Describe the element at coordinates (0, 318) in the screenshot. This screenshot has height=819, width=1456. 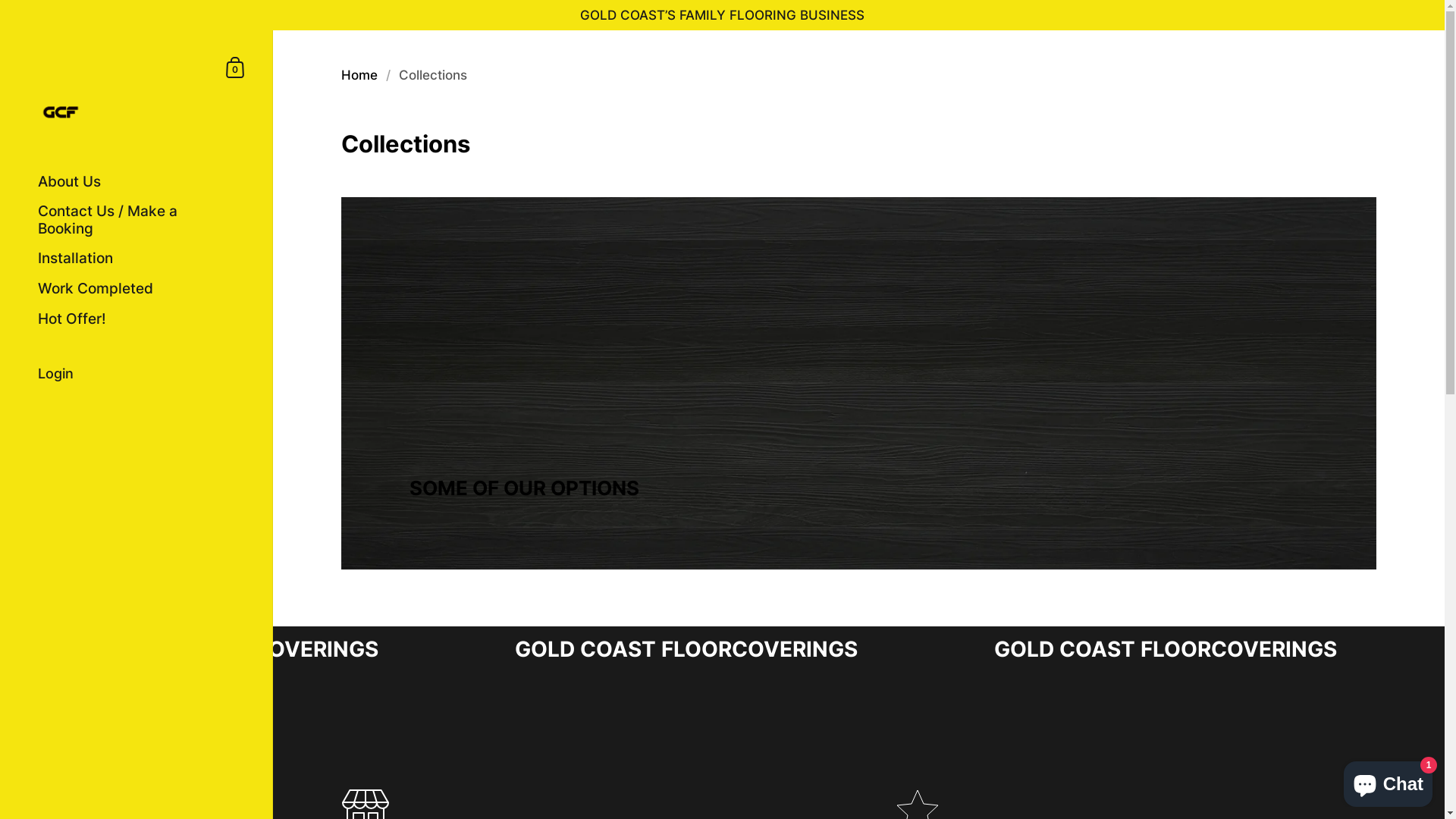
I see `'Hot Offer!'` at that location.